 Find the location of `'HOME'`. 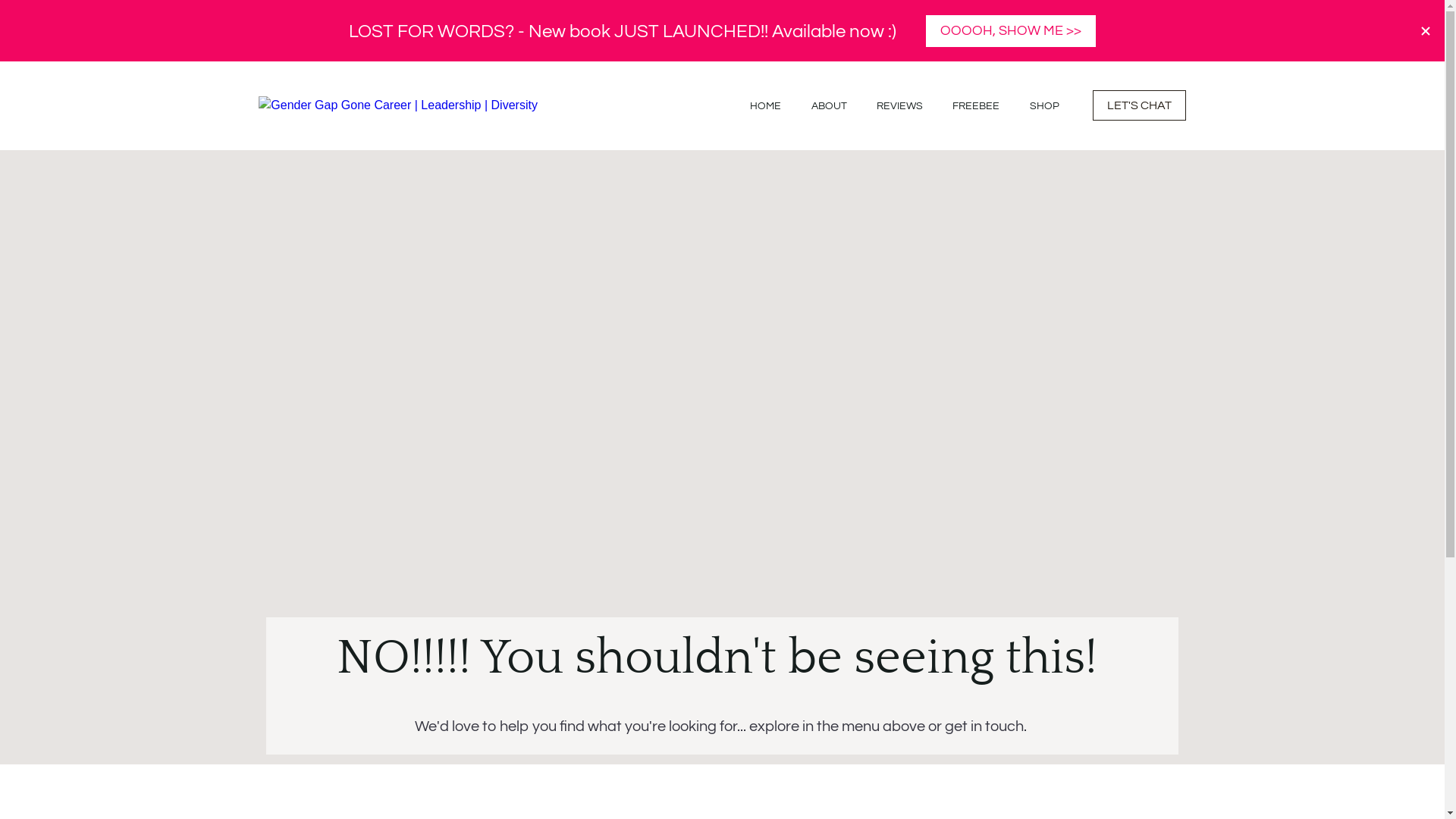

'HOME' is located at coordinates (765, 105).